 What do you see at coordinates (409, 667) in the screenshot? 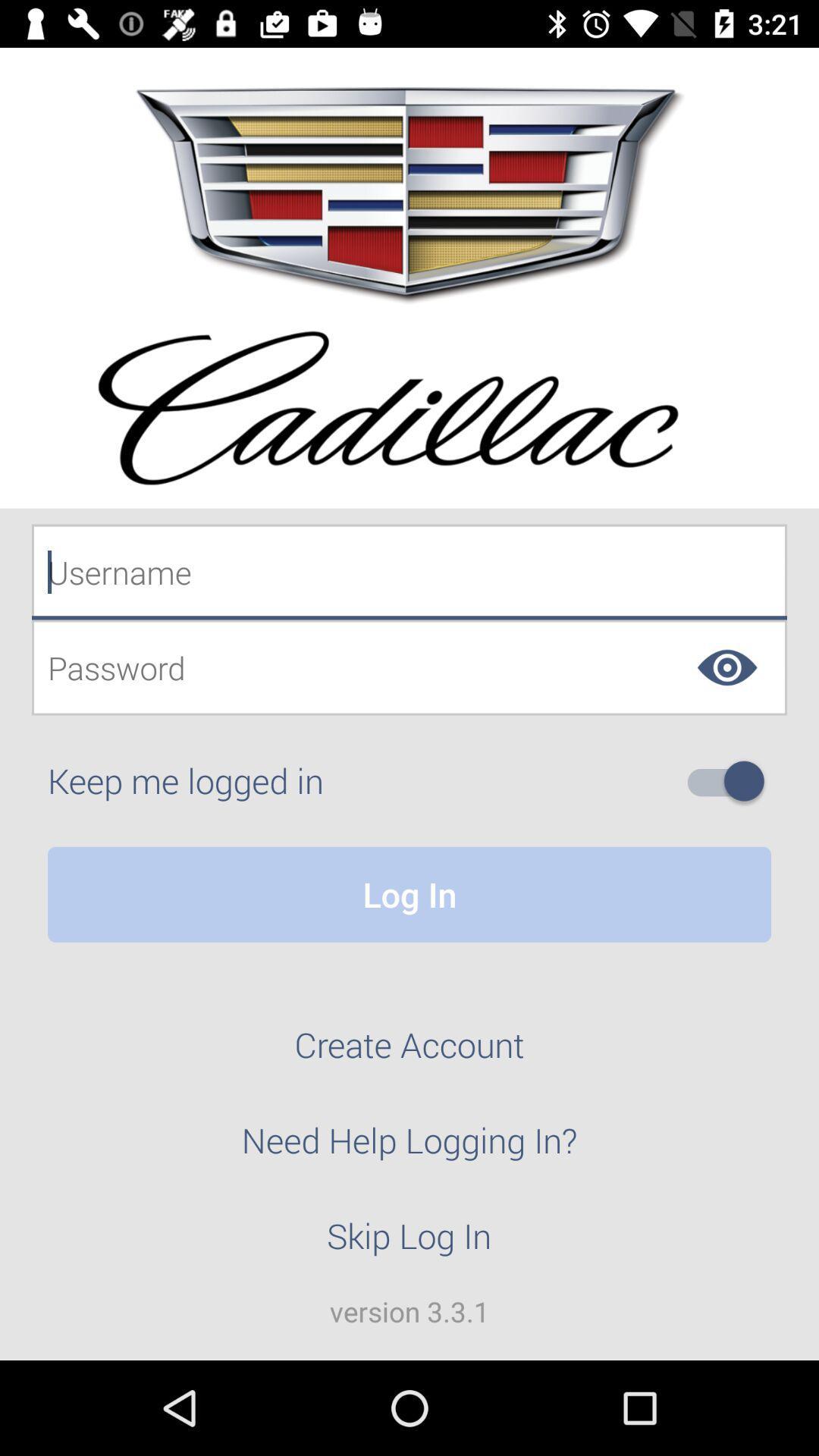
I see `password` at bounding box center [409, 667].